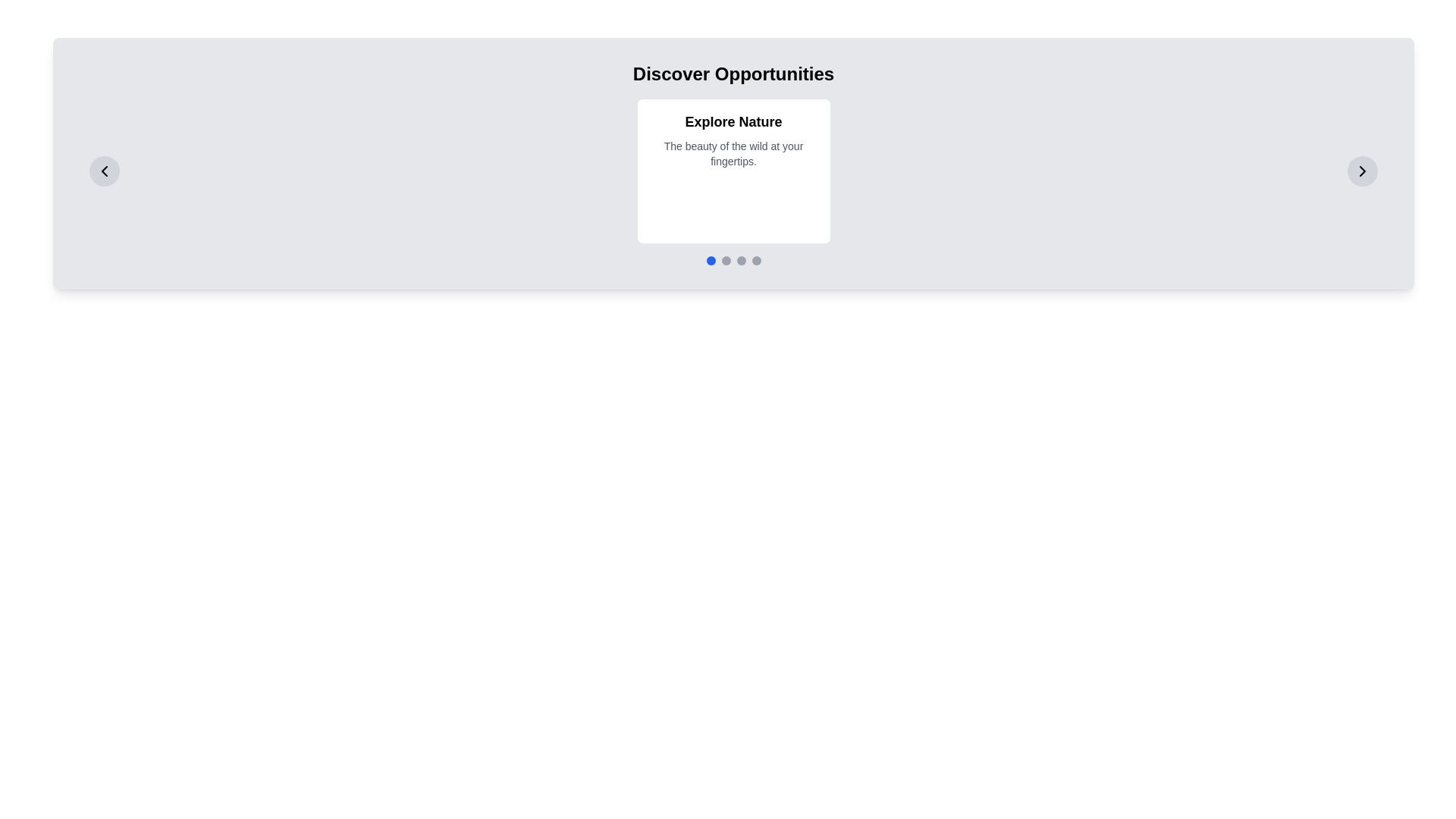 The image size is (1456, 819). I want to click on the fourth navigation dot of the carousel, so click(756, 259).